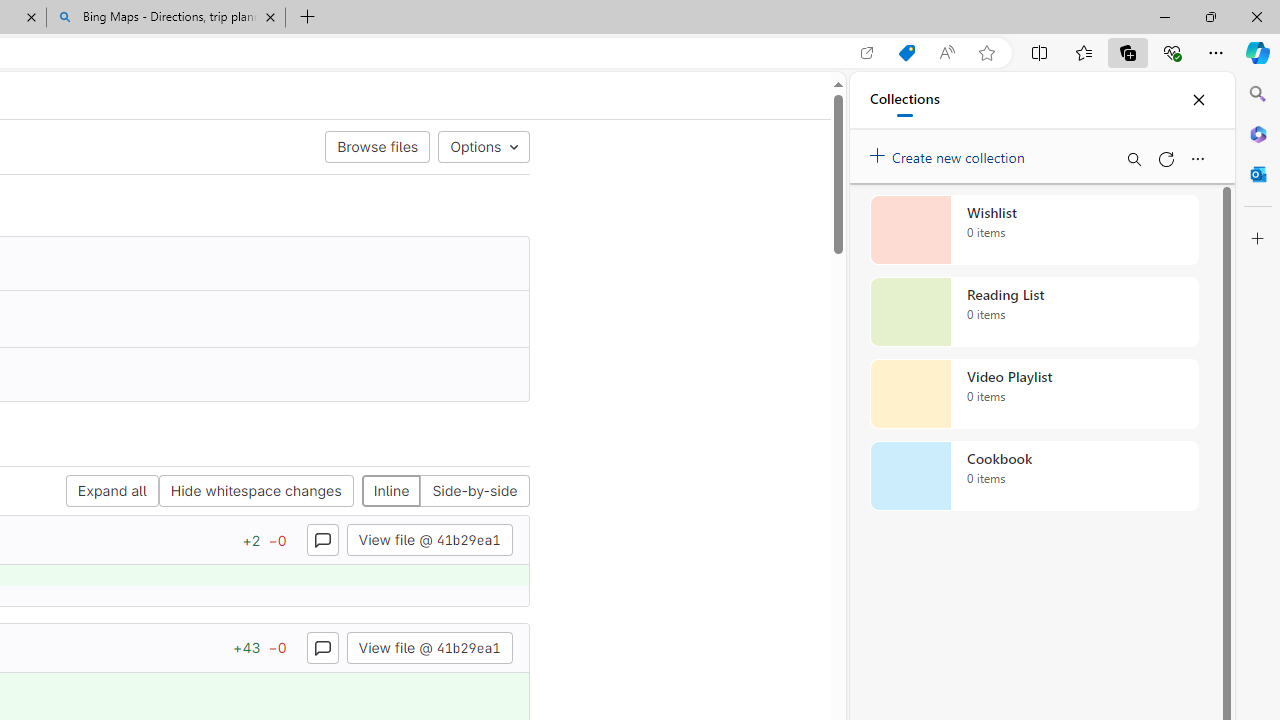  Describe the element at coordinates (1197, 158) in the screenshot. I see `'More options menu'` at that location.